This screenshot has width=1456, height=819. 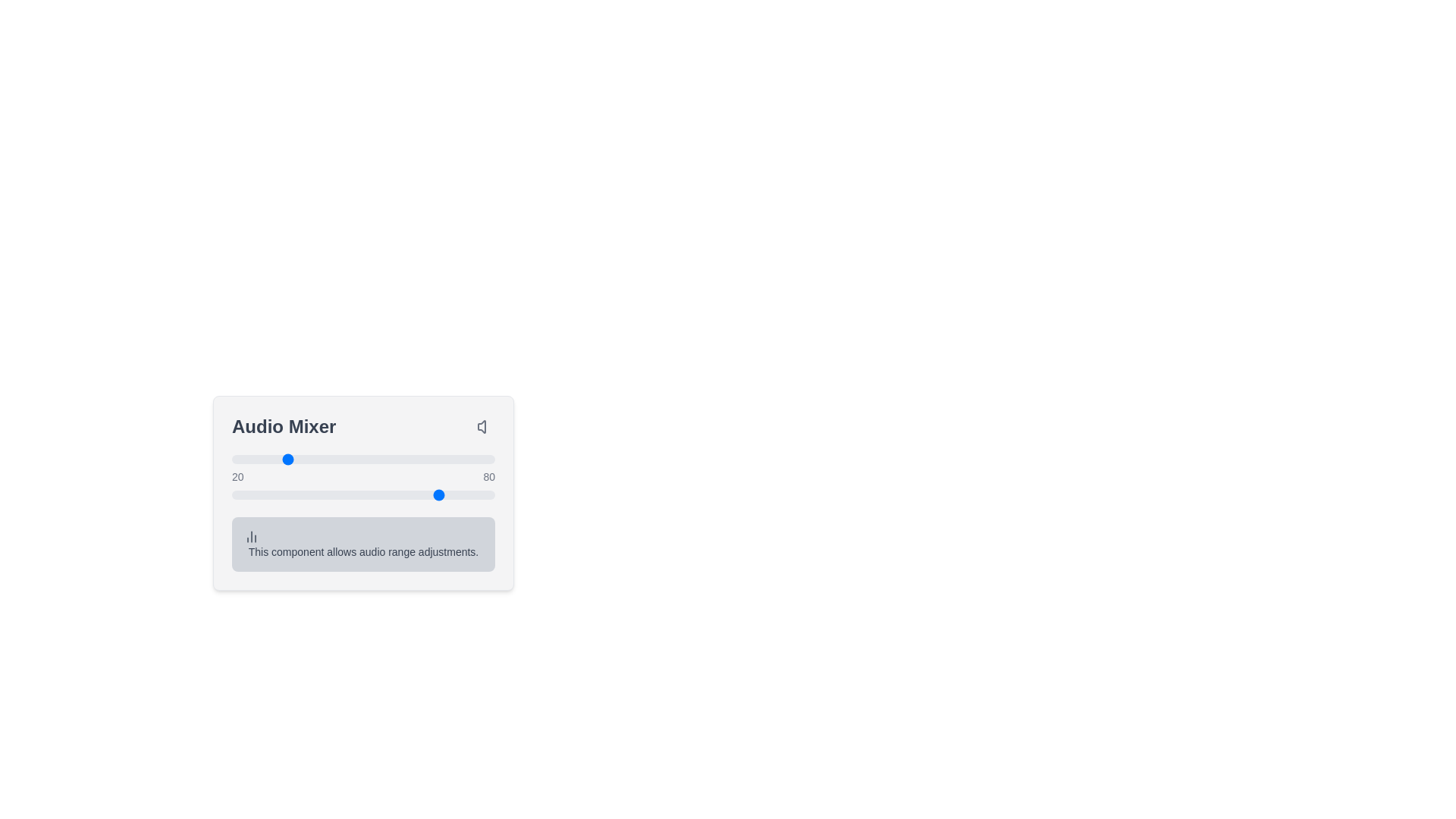 What do you see at coordinates (362, 493) in the screenshot?
I see `description of the 'Audio Mixer' component, which allows audio range adjustments and is visually represented within a bordered card with sliders and an informational box` at bounding box center [362, 493].